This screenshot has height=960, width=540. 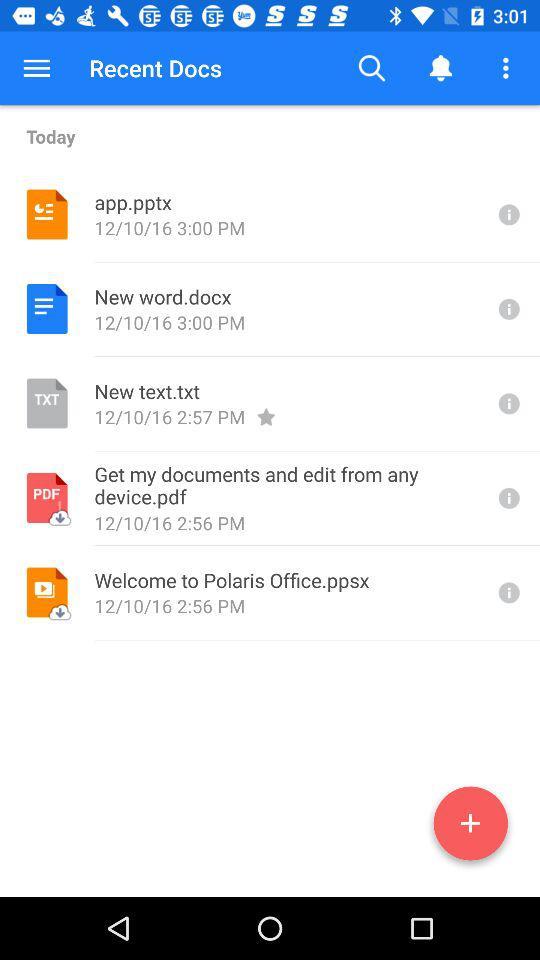 I want to click on additional info for the file new text.txt, so click(x=507, y=402).